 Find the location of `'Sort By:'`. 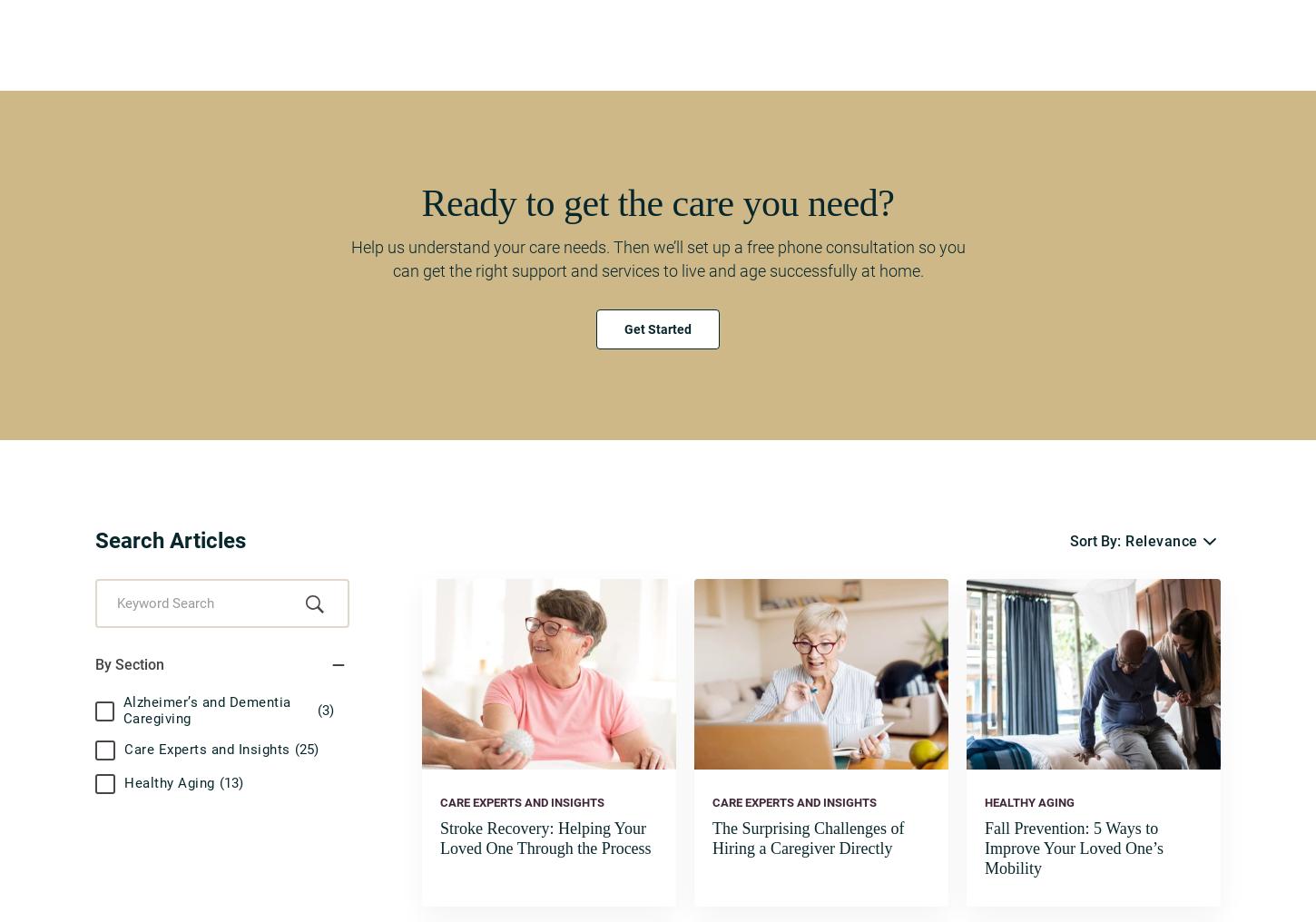

'Sort By:' is located at coordinates (1094, 541).